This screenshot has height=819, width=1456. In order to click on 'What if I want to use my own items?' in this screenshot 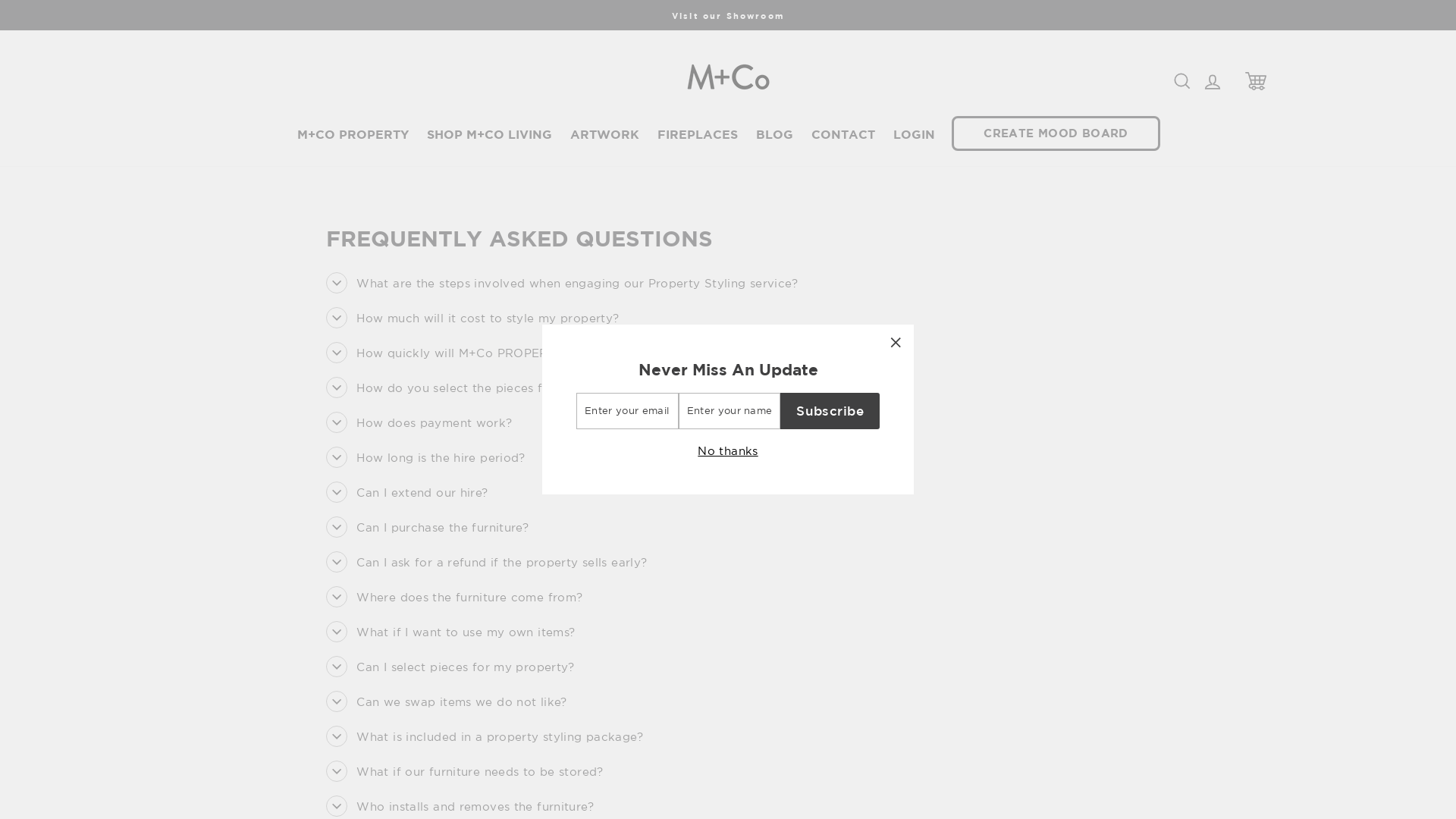, I will do `click(450, 632)`.